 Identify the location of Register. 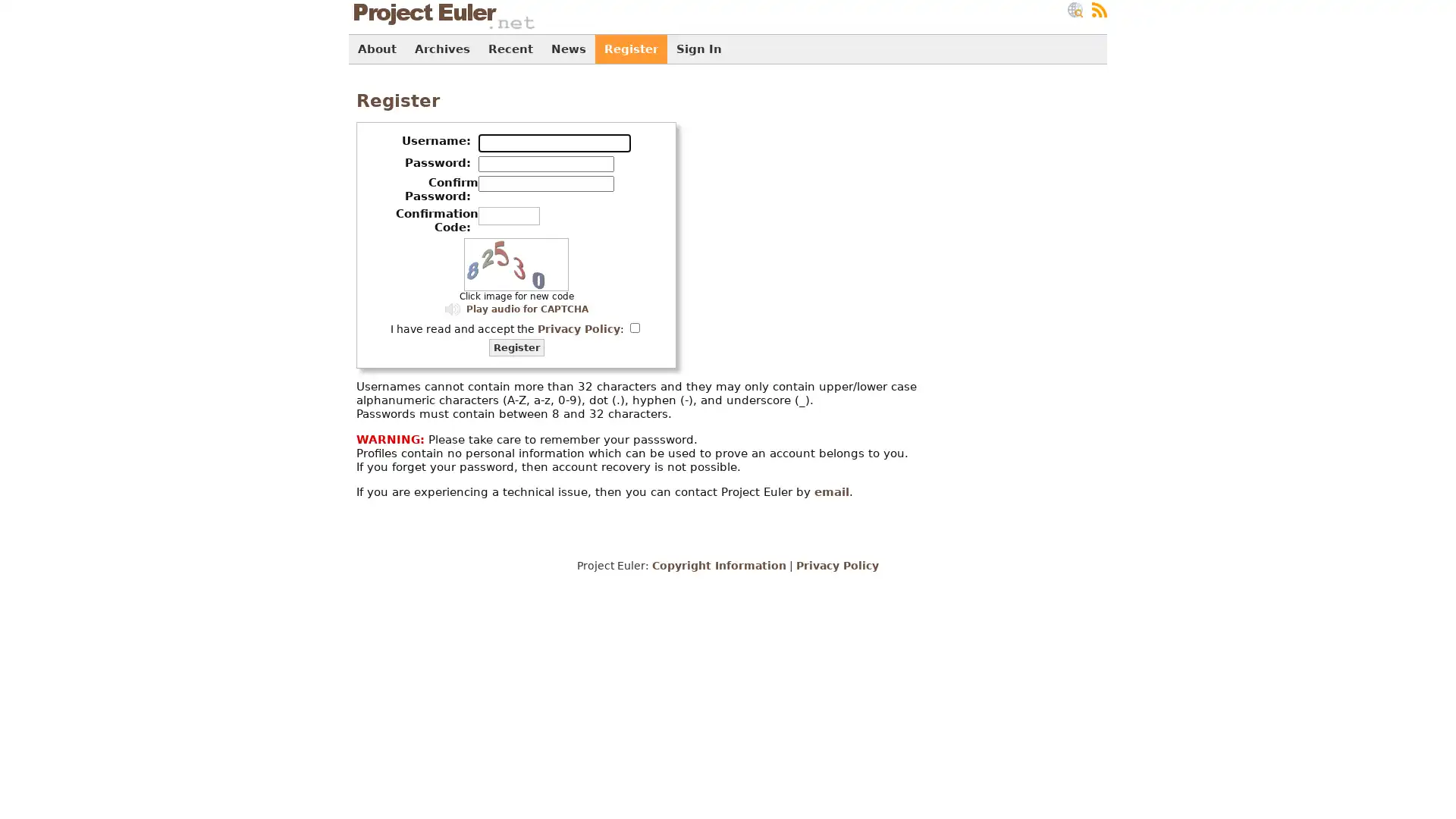
(516, 347).